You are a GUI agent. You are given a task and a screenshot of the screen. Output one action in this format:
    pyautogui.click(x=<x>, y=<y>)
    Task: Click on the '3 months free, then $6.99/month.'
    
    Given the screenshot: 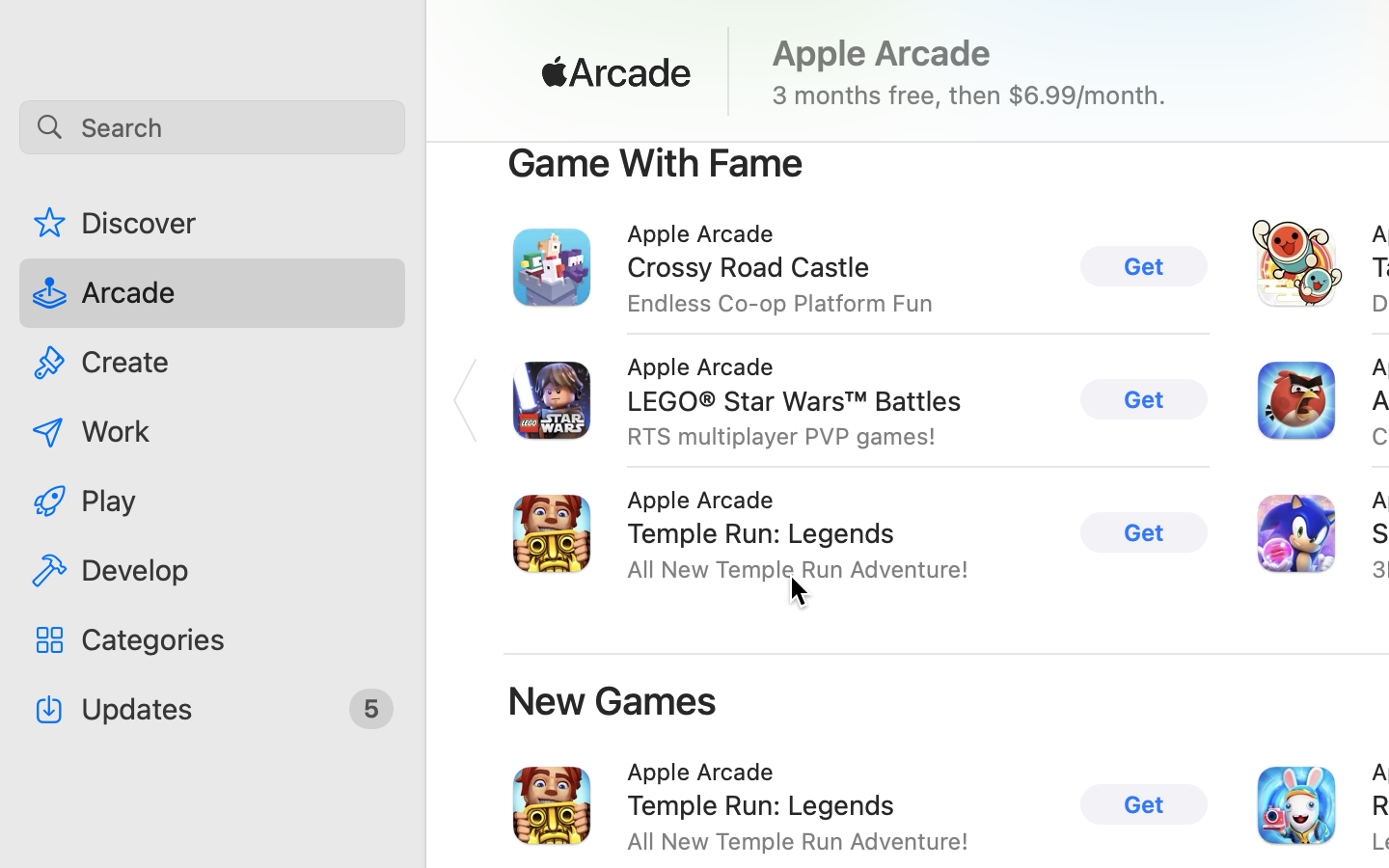 What is the action you would take?
    pyautogui.click(x=967, y=94)
    